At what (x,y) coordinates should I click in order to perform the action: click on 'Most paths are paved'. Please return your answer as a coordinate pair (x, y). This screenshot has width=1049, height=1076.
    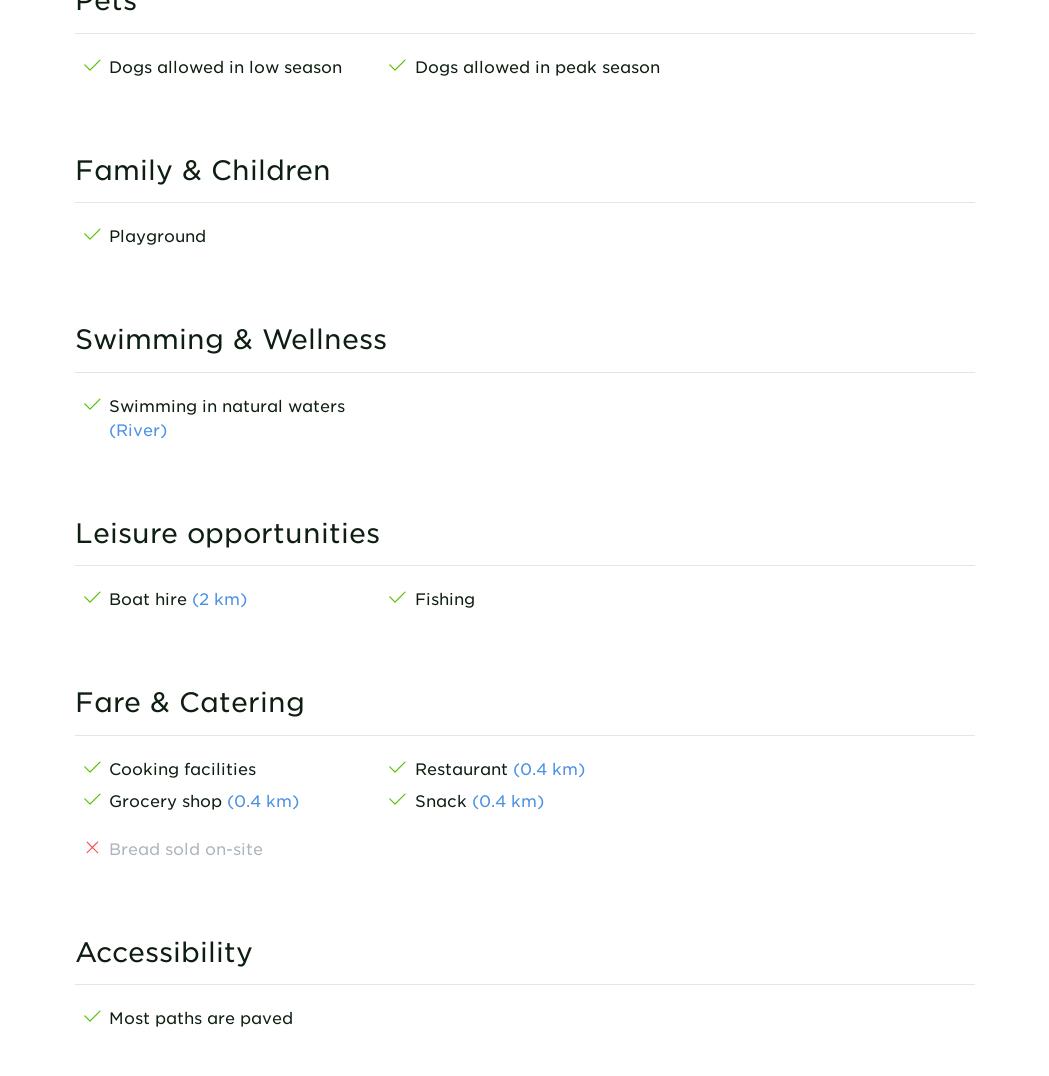
    Looking at the image, I should click on (199, 1016).